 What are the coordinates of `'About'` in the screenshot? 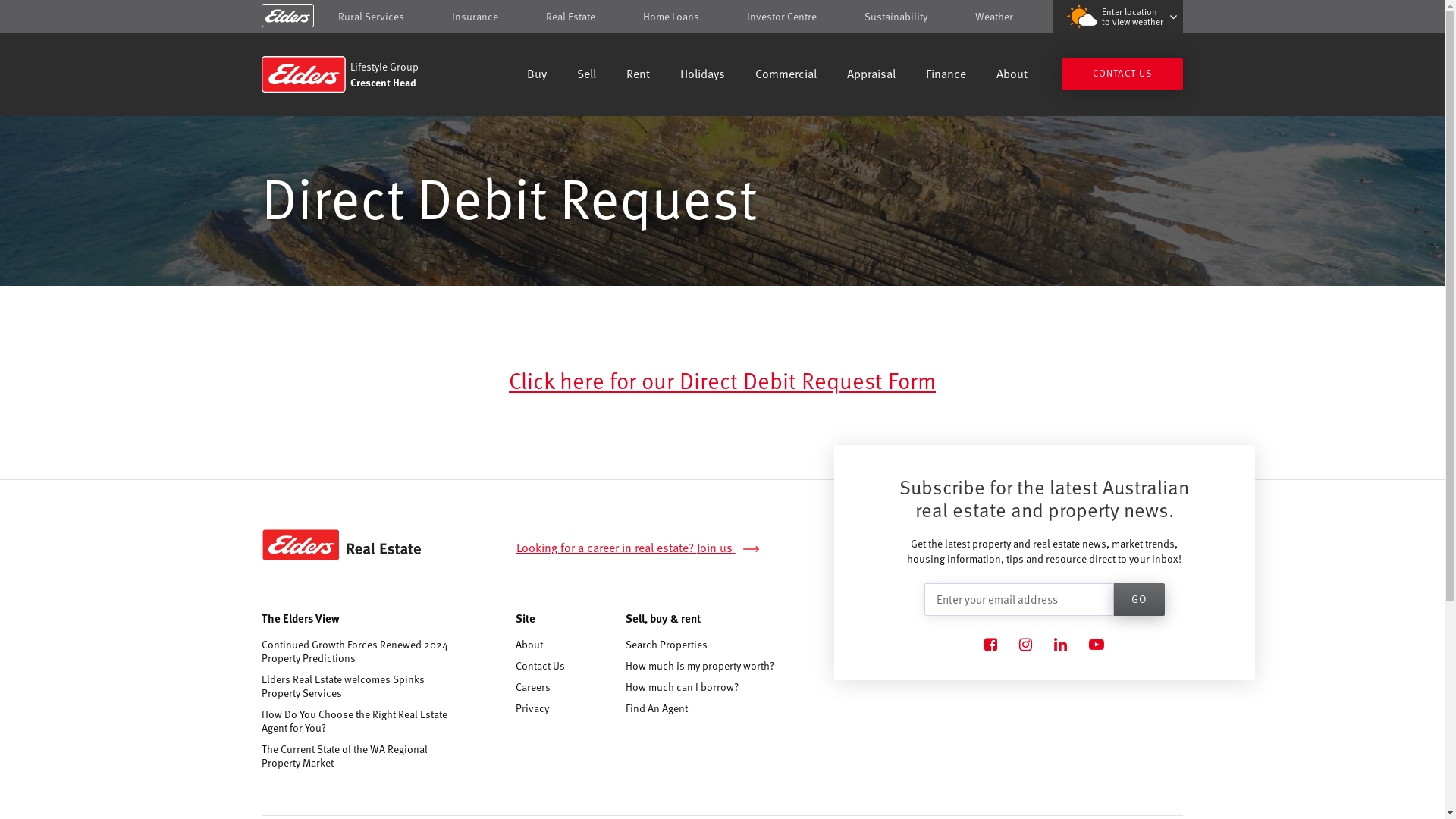 It's located at (1012, 75).